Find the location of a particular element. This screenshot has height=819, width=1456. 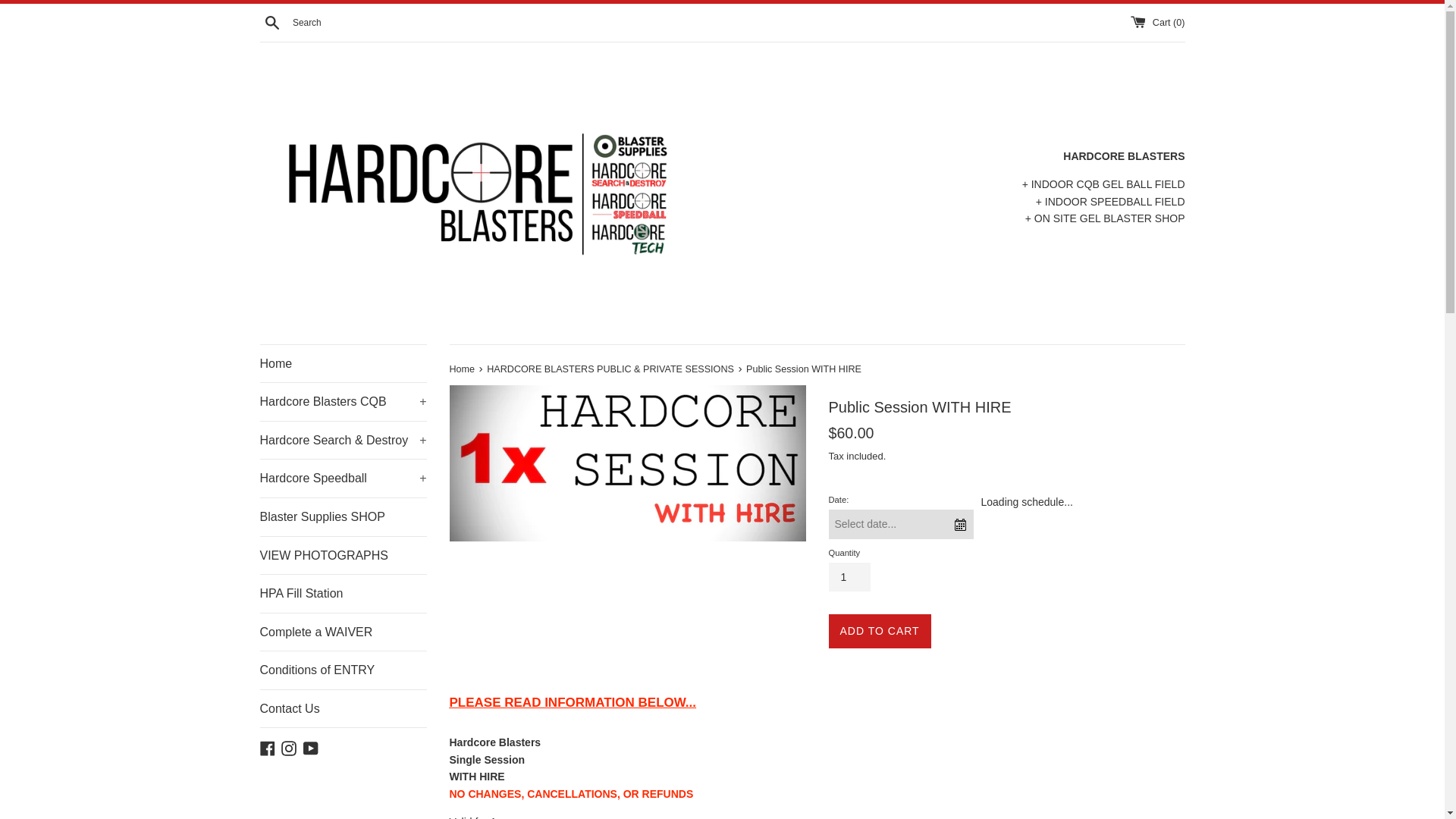

'Cart (0)' is located at coordinates (1131, 22).